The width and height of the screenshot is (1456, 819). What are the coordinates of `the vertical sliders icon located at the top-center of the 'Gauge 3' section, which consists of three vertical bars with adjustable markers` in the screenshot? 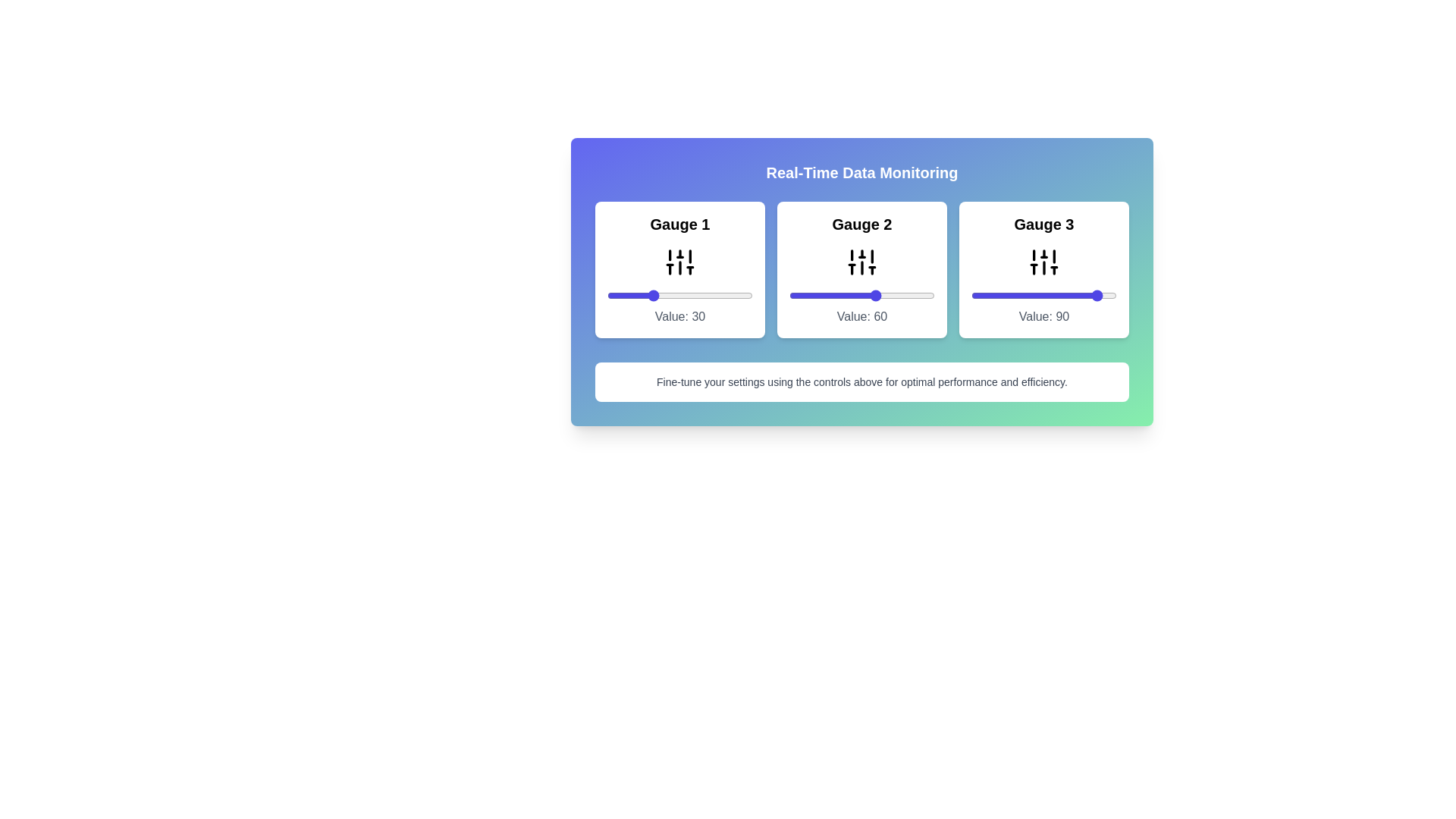 It's located at (1043, 262).